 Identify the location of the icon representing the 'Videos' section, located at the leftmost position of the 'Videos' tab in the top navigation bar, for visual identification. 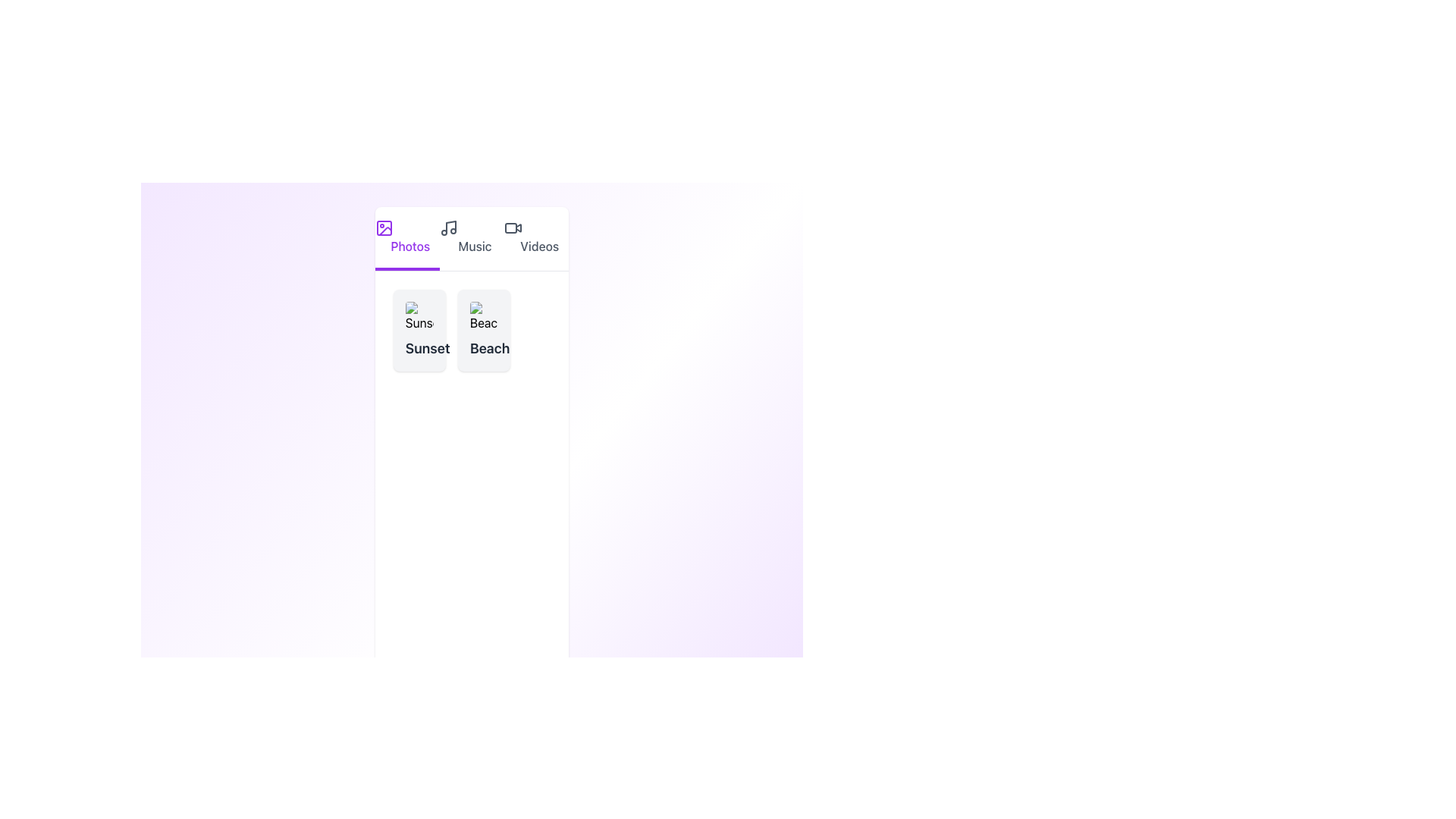
(513, 227).